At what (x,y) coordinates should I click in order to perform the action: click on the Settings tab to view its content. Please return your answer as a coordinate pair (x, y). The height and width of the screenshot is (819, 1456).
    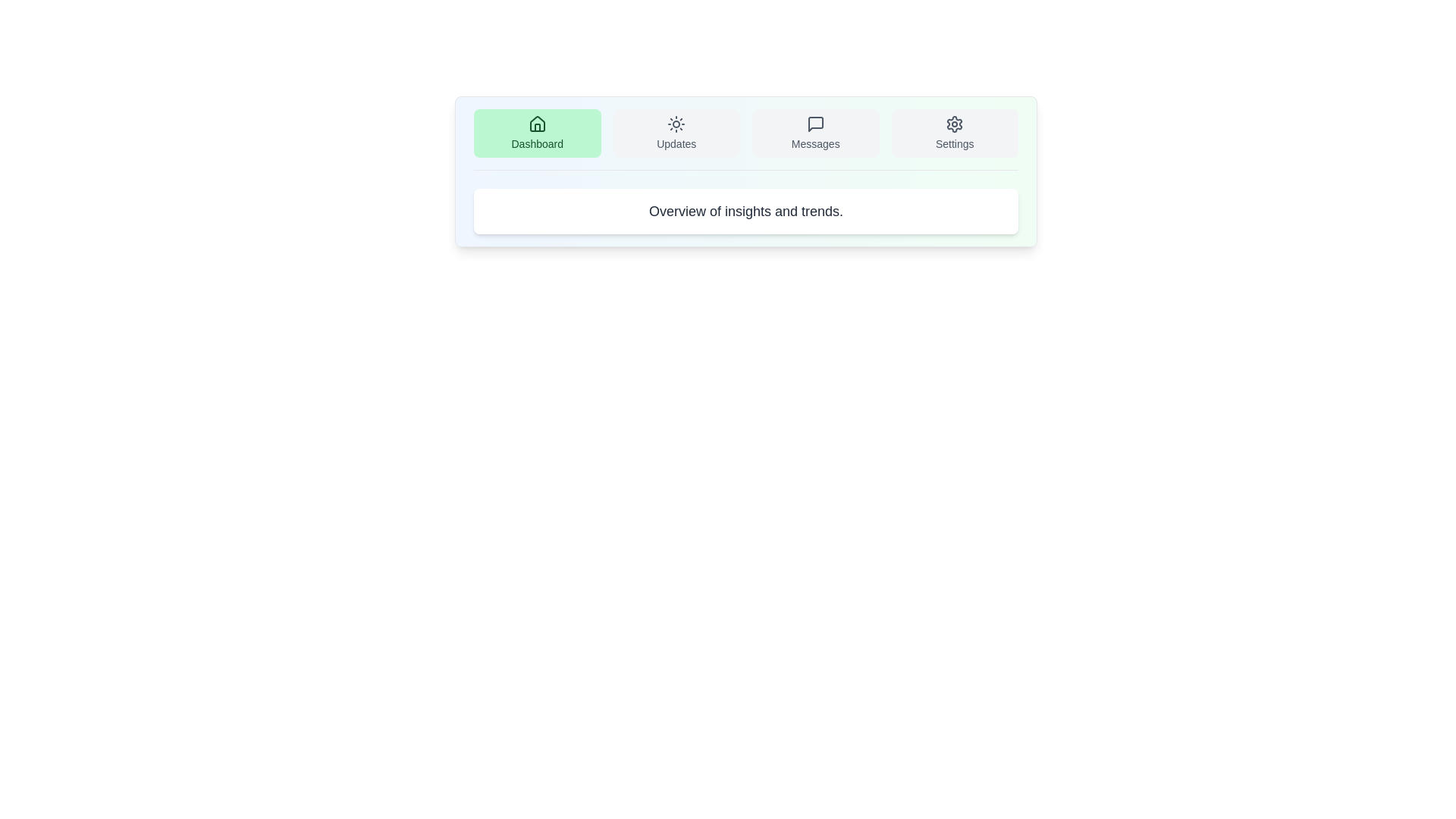
    Looking at the image, I should click on (954, 133).